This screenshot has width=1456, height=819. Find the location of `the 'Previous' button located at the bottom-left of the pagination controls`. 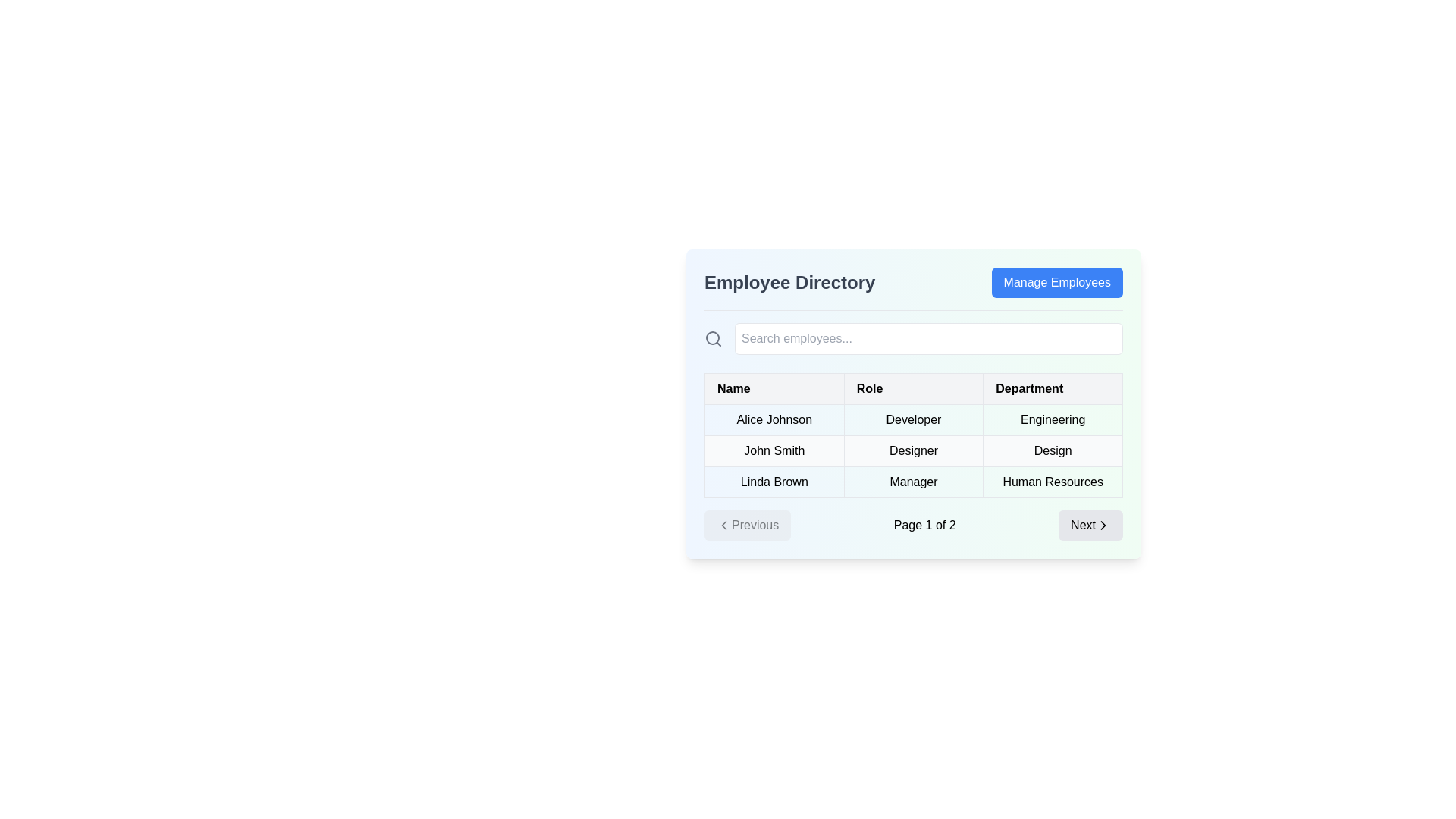

the 'Previous' button located at the bottom-left of the pagination controls is located at coordinates (748, 525).